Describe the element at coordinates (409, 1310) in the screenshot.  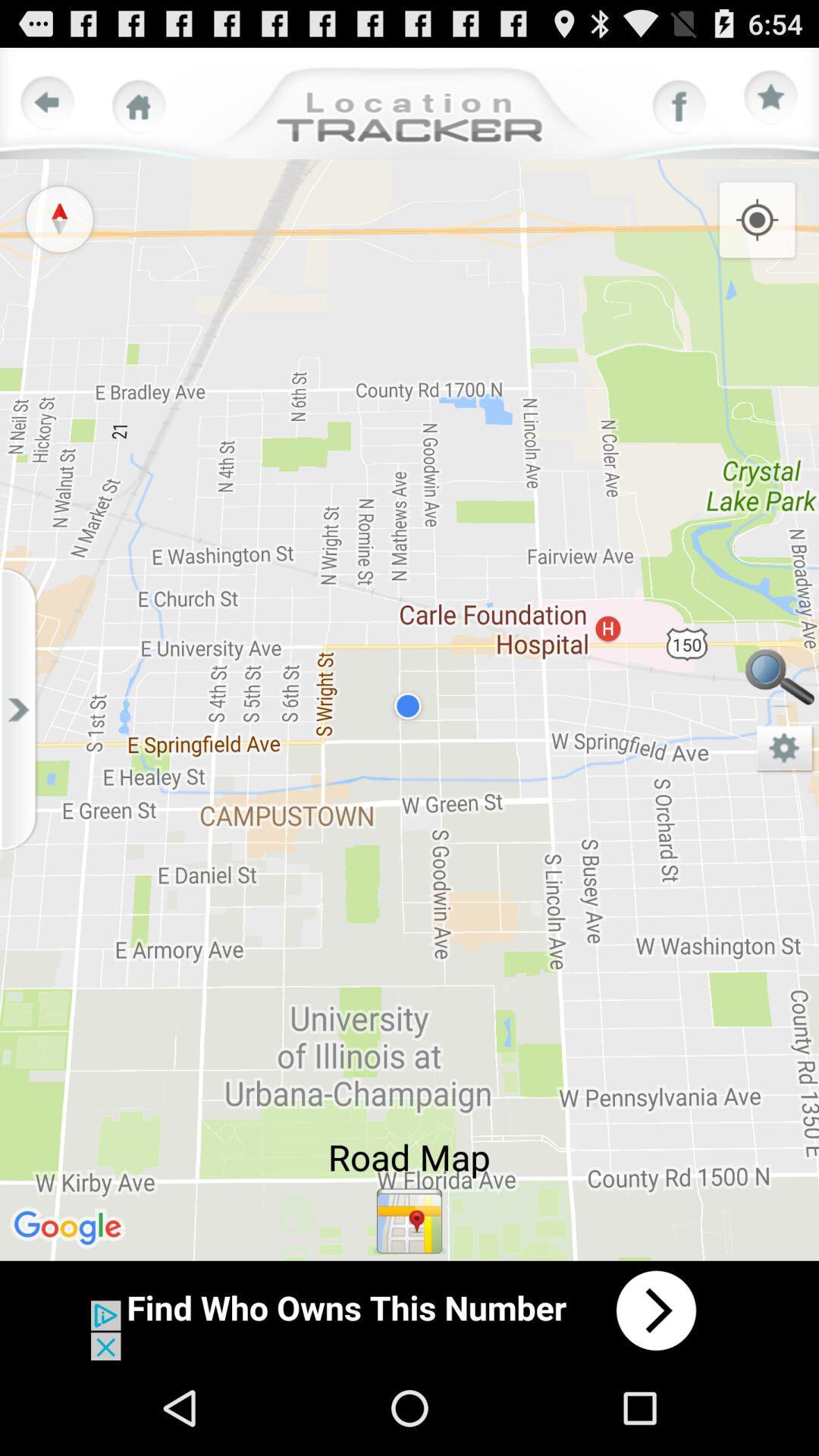
I see `click on advertisements` at that location.